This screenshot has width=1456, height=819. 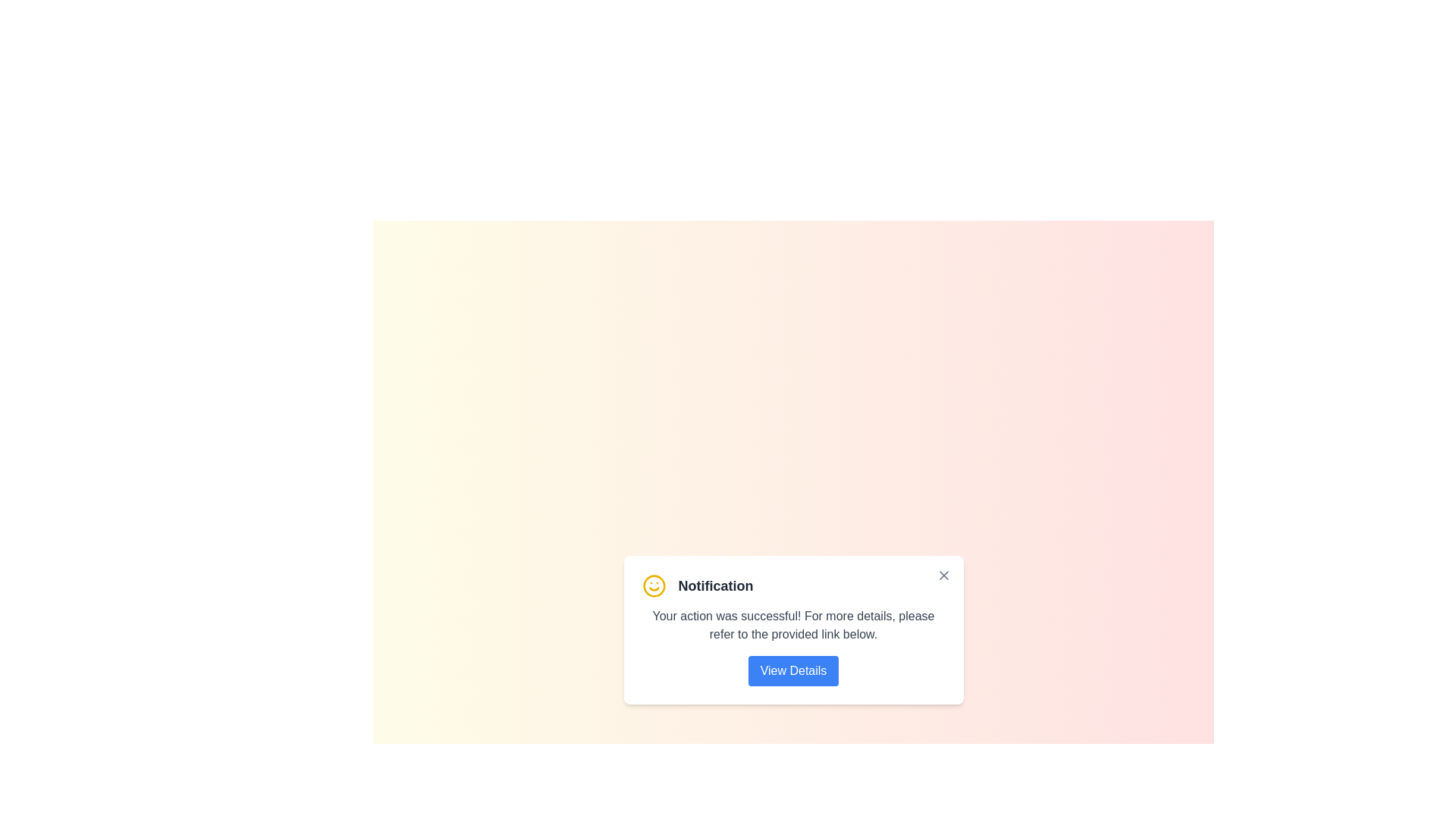 I want to click on 'X' button in the top-right corner of the alert to close it, so click(x=943, y=576).